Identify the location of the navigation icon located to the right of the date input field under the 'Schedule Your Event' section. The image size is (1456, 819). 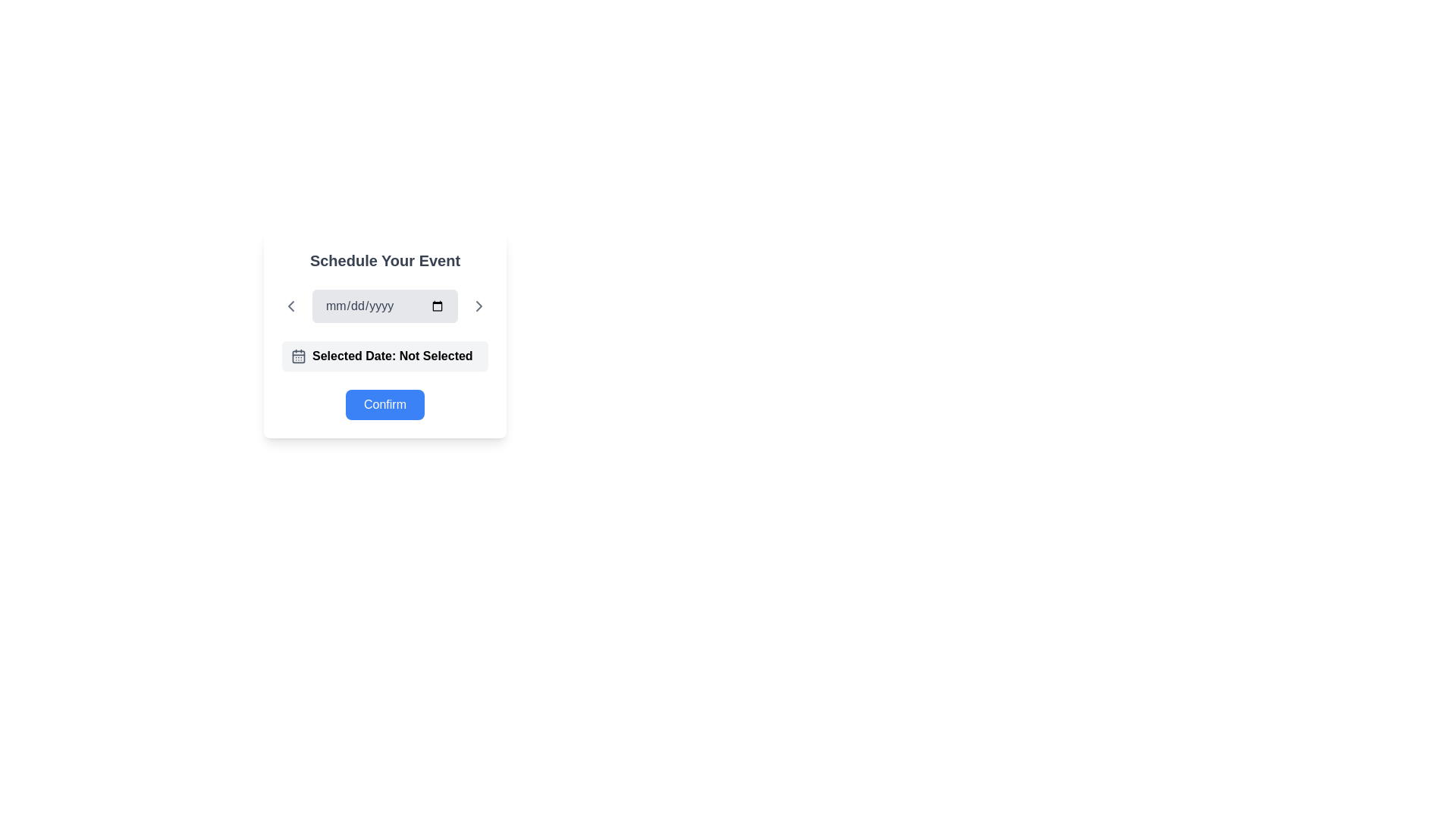
(479, 306).